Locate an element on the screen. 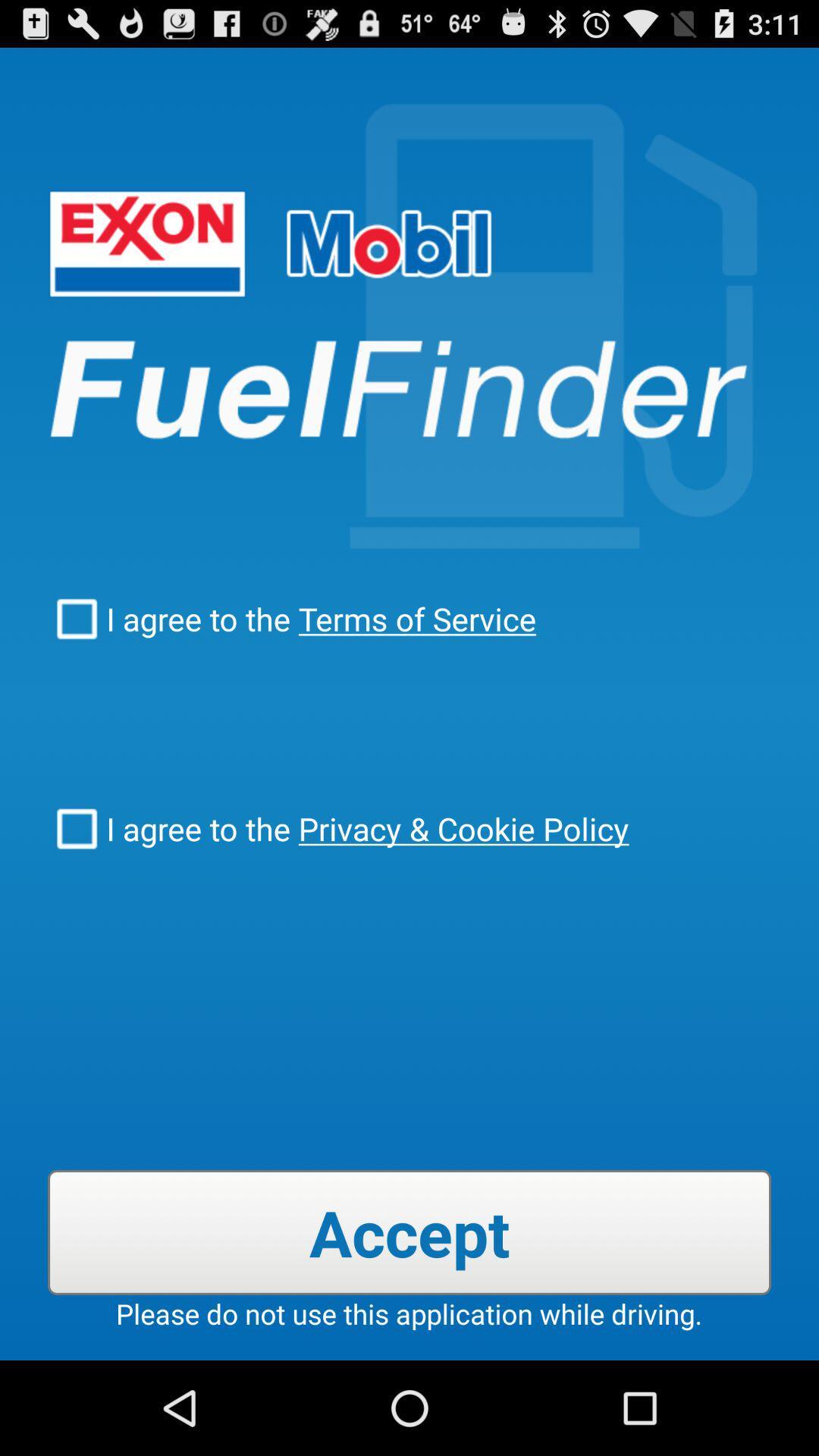 Image resolution: width=819 pixels, height=1456 pixels. the icon above i agree to icon is located at coordinates (413, 619).